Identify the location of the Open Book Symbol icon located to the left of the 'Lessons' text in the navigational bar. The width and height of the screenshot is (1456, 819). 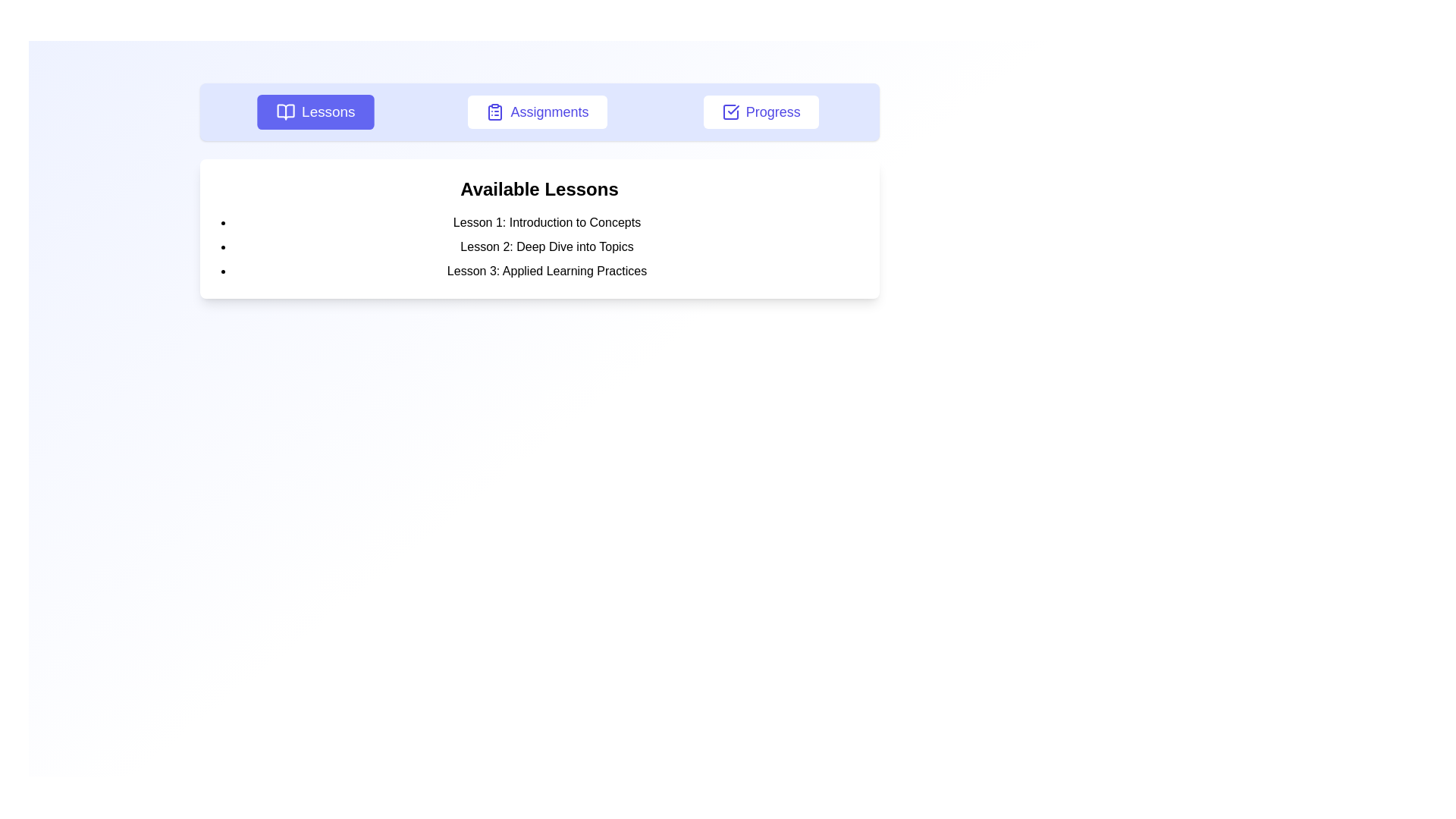
(286, 111).